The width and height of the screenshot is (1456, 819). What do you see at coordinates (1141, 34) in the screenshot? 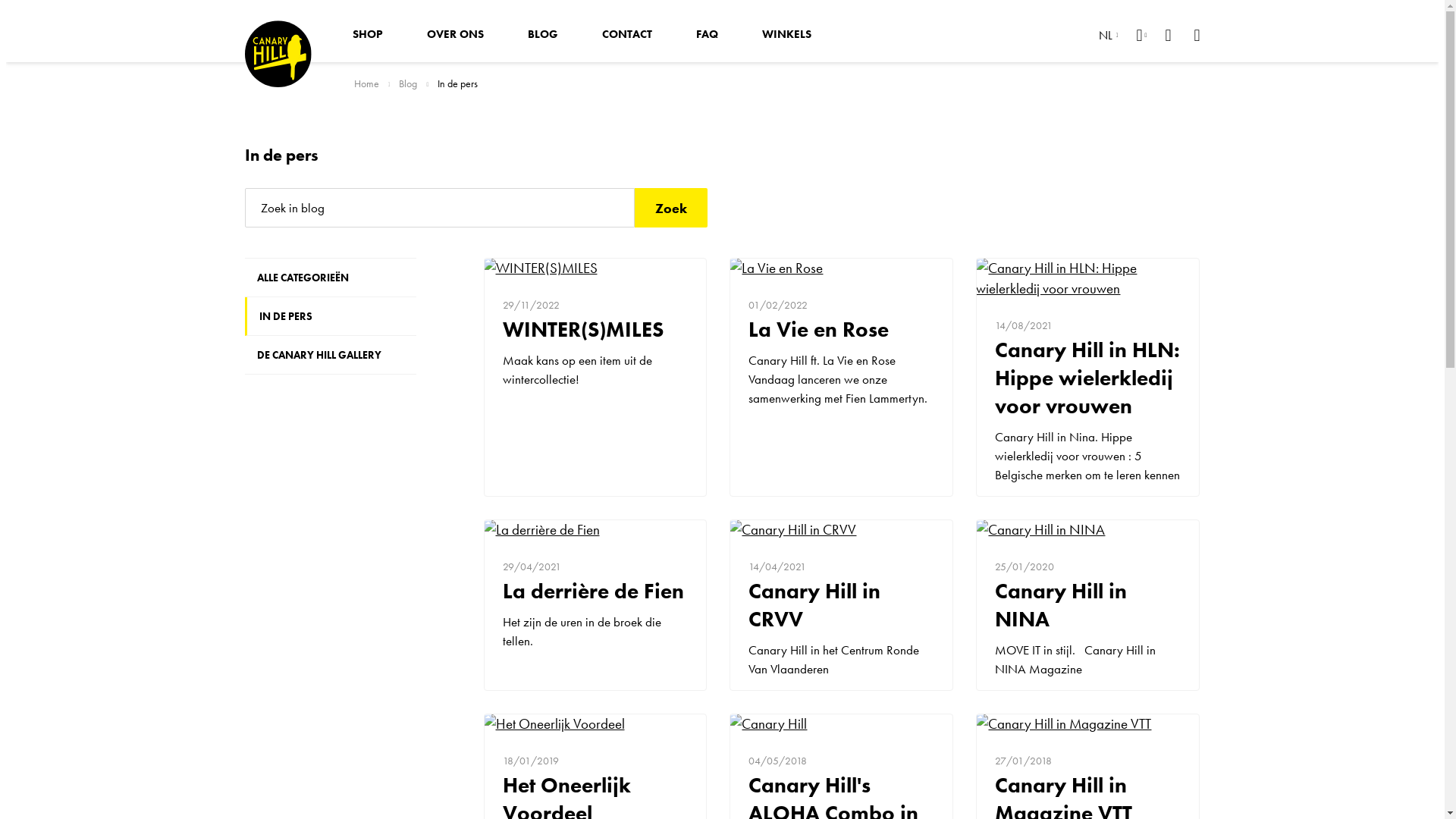
I see `'Mijn account'` at bounding box center [1141, 34].